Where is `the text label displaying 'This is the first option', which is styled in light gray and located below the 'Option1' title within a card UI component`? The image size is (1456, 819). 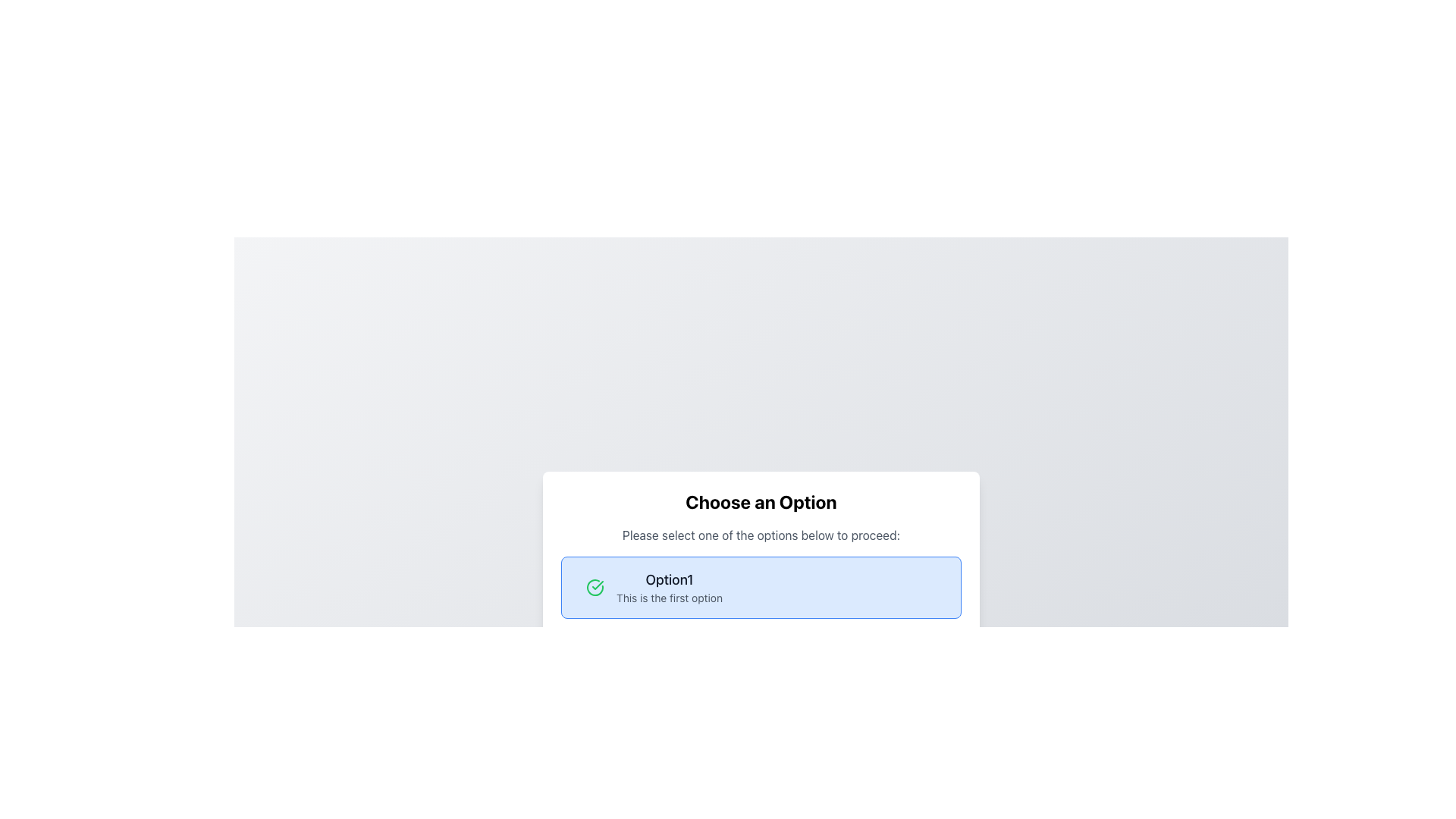
the text label displaying 'This is the first option', which is styled in light gray and located below the 'Option1' title within a card UI component is located at coordinates (669, 598).